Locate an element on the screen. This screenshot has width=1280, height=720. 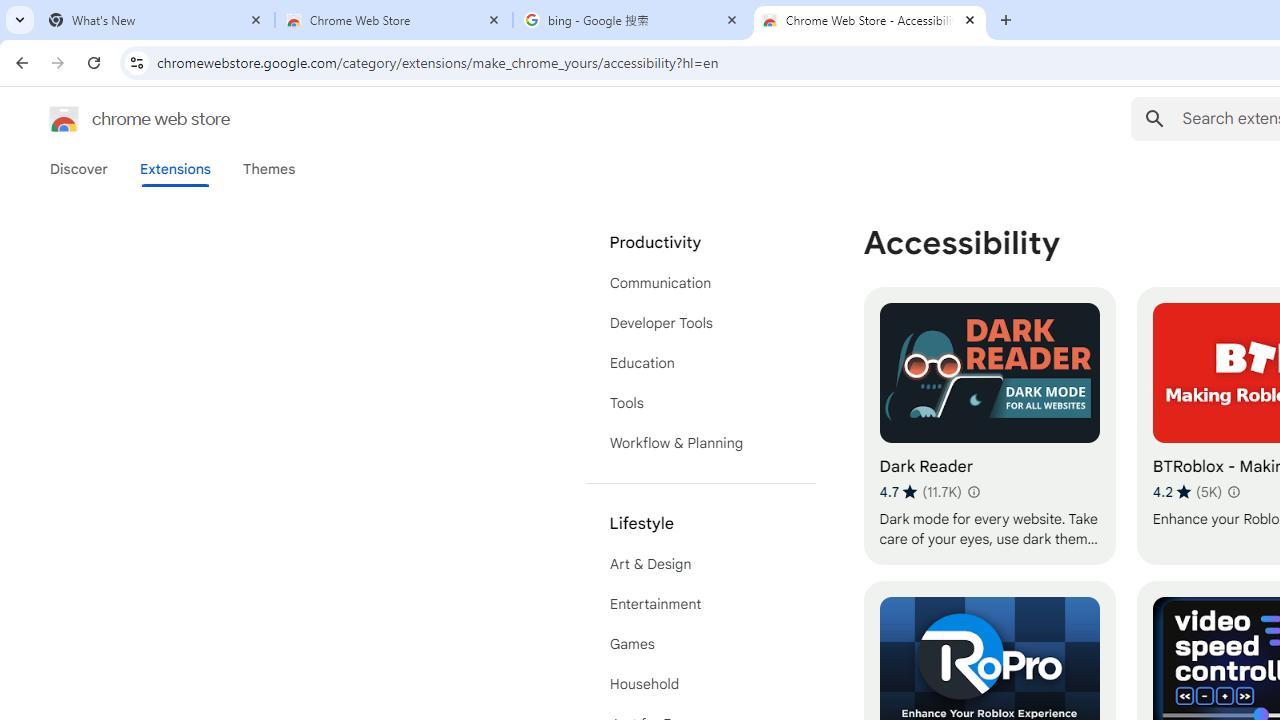
'Education' is located at coordinates (700, 362).